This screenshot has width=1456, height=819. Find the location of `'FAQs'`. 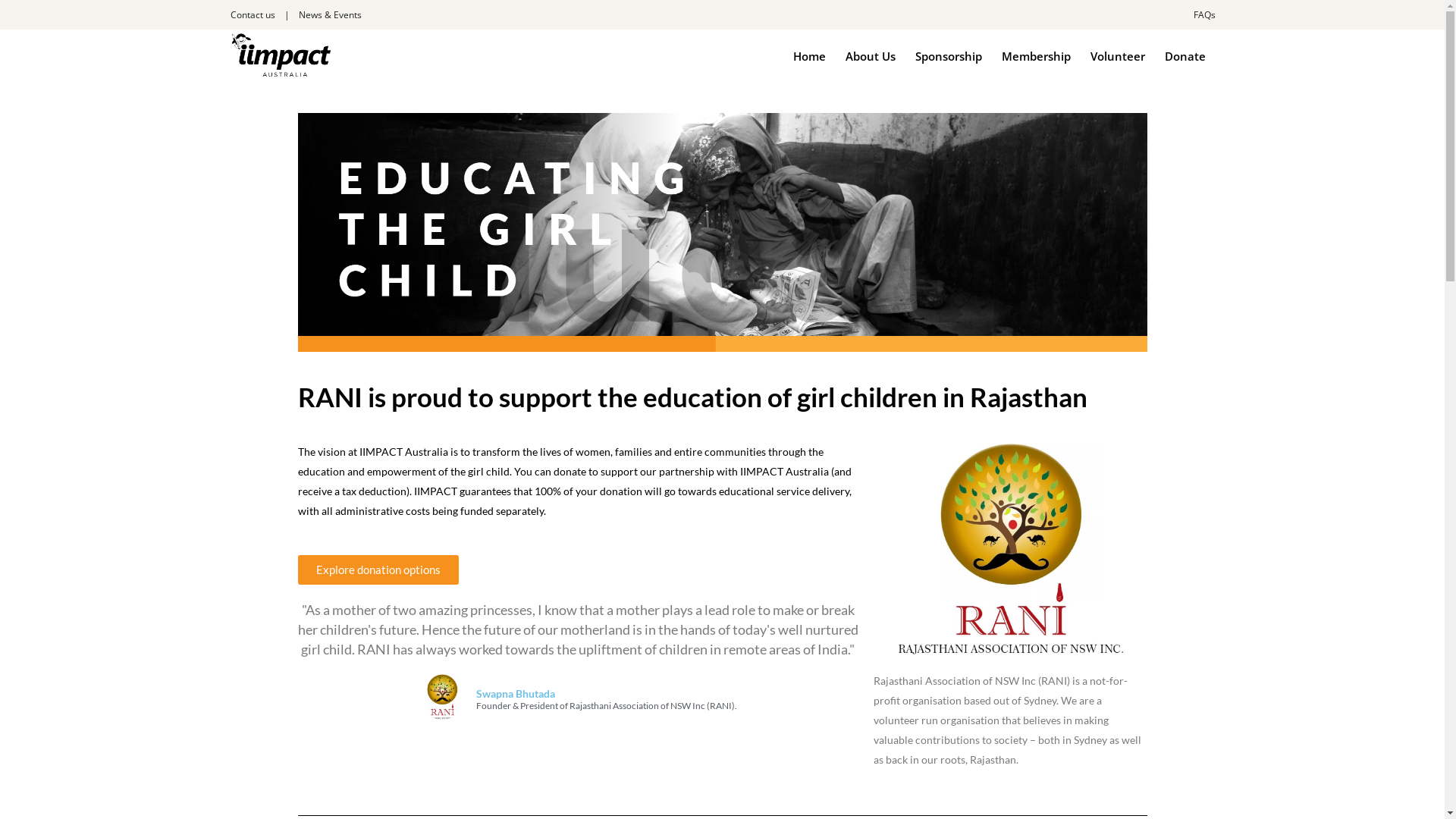

'FAQs' is located at coordinates (1203, 14).